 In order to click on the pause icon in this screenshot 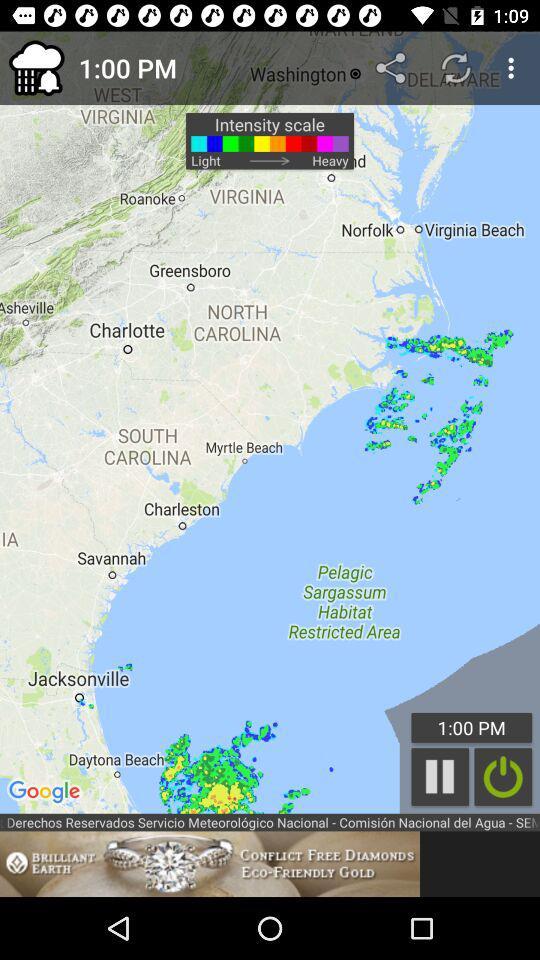, I will do `click(440, 776)`.